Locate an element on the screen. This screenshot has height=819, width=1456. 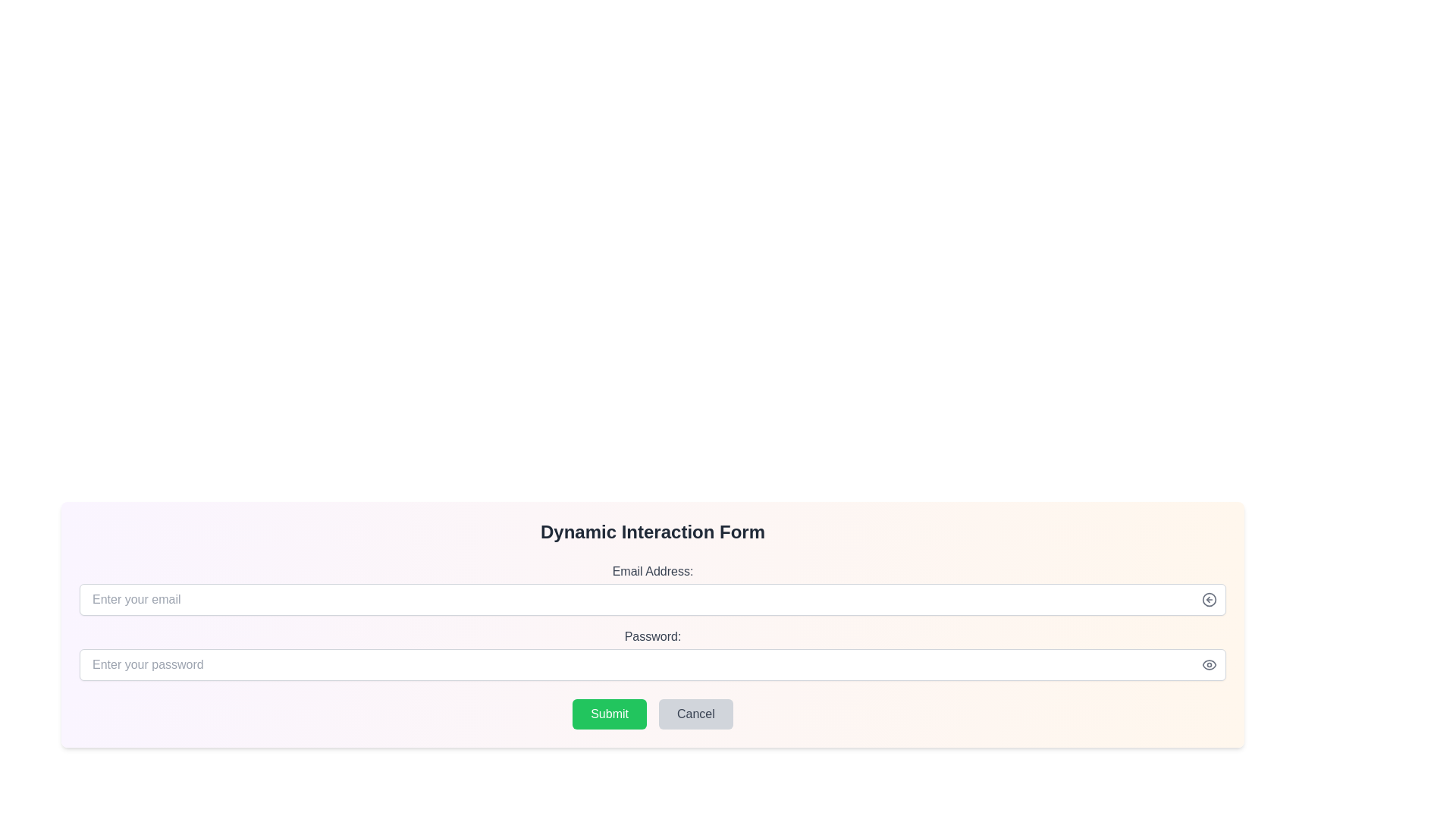
the eye icon located on the right side of the password input field is located at coordinates (1208, 664).